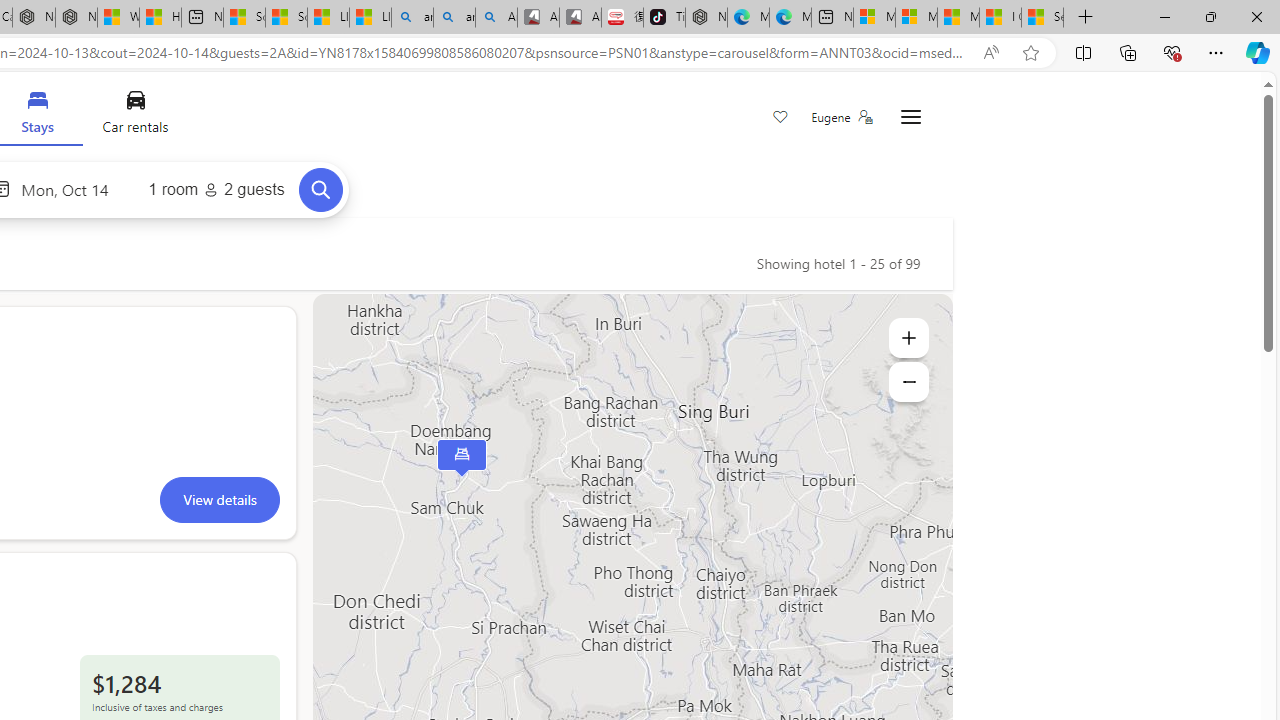 The width and height of the screenshot is (1280, 720). I want to click on 'View details', so click(219, 498).